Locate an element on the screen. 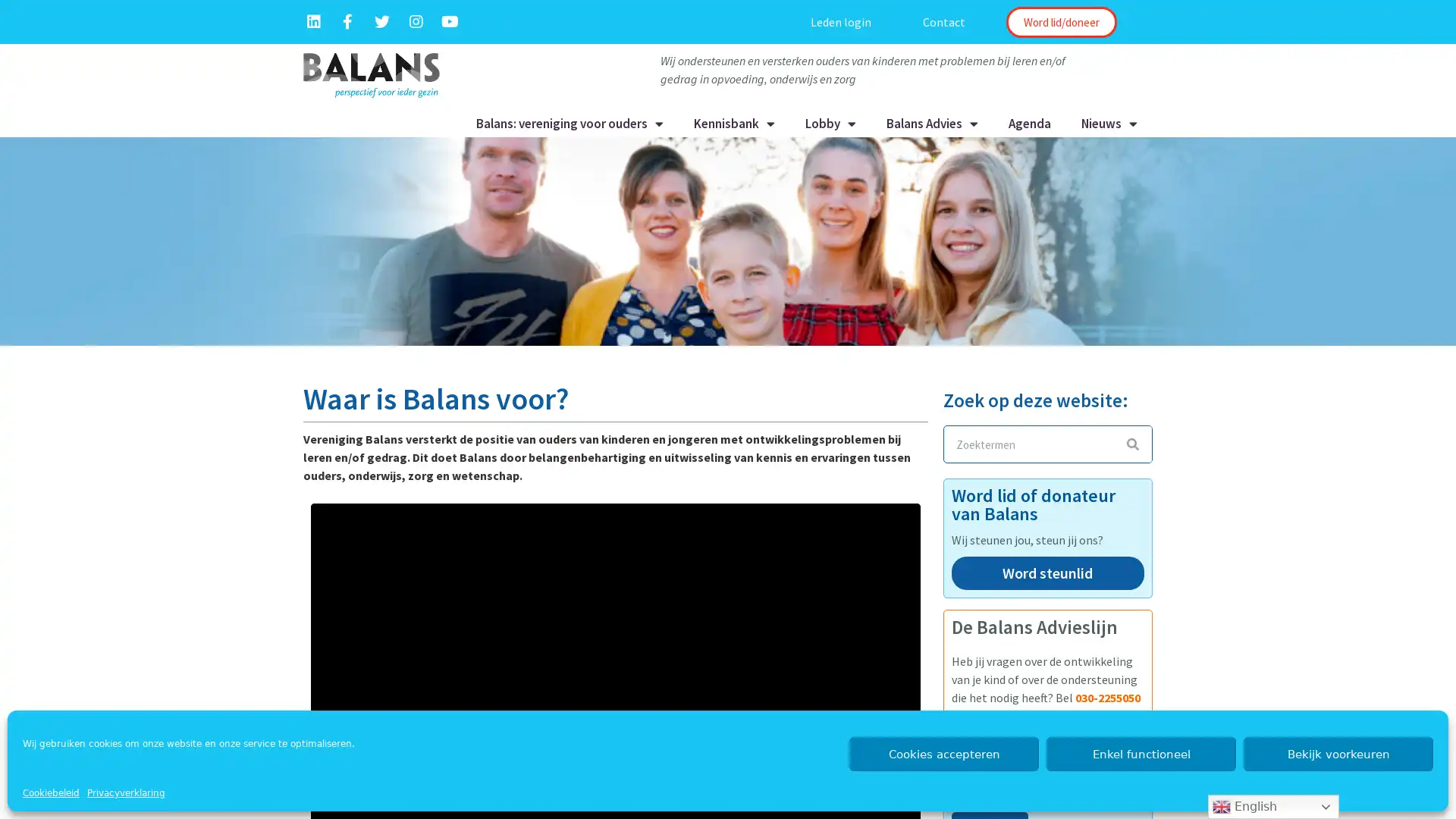 The height and width of the screenshot is (819, 1456). Become a support member is located at coordinates (1046, 579).